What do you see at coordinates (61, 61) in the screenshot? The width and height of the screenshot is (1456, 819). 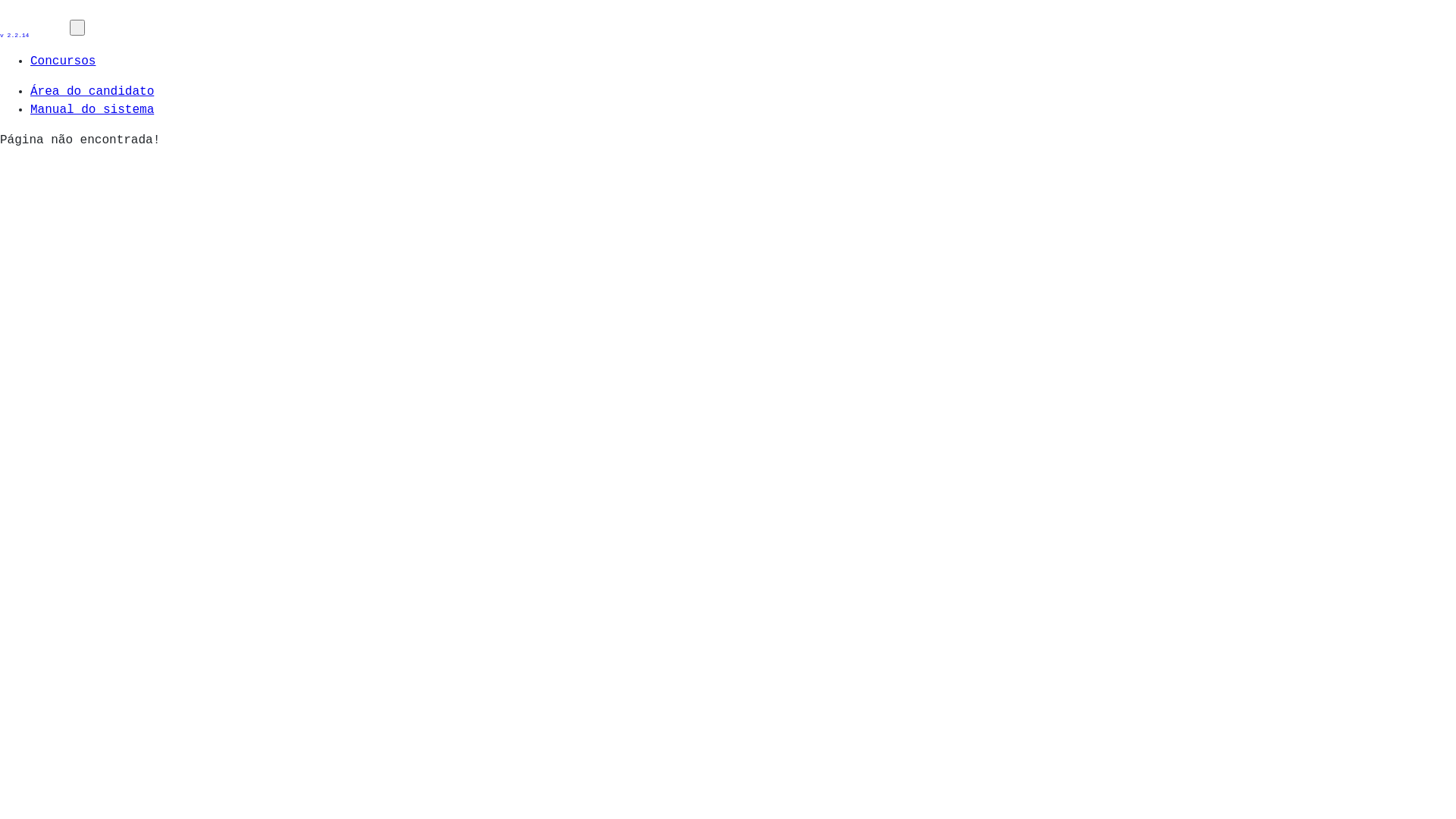 I see `'Concursos'` at bounding box center [61, 61].